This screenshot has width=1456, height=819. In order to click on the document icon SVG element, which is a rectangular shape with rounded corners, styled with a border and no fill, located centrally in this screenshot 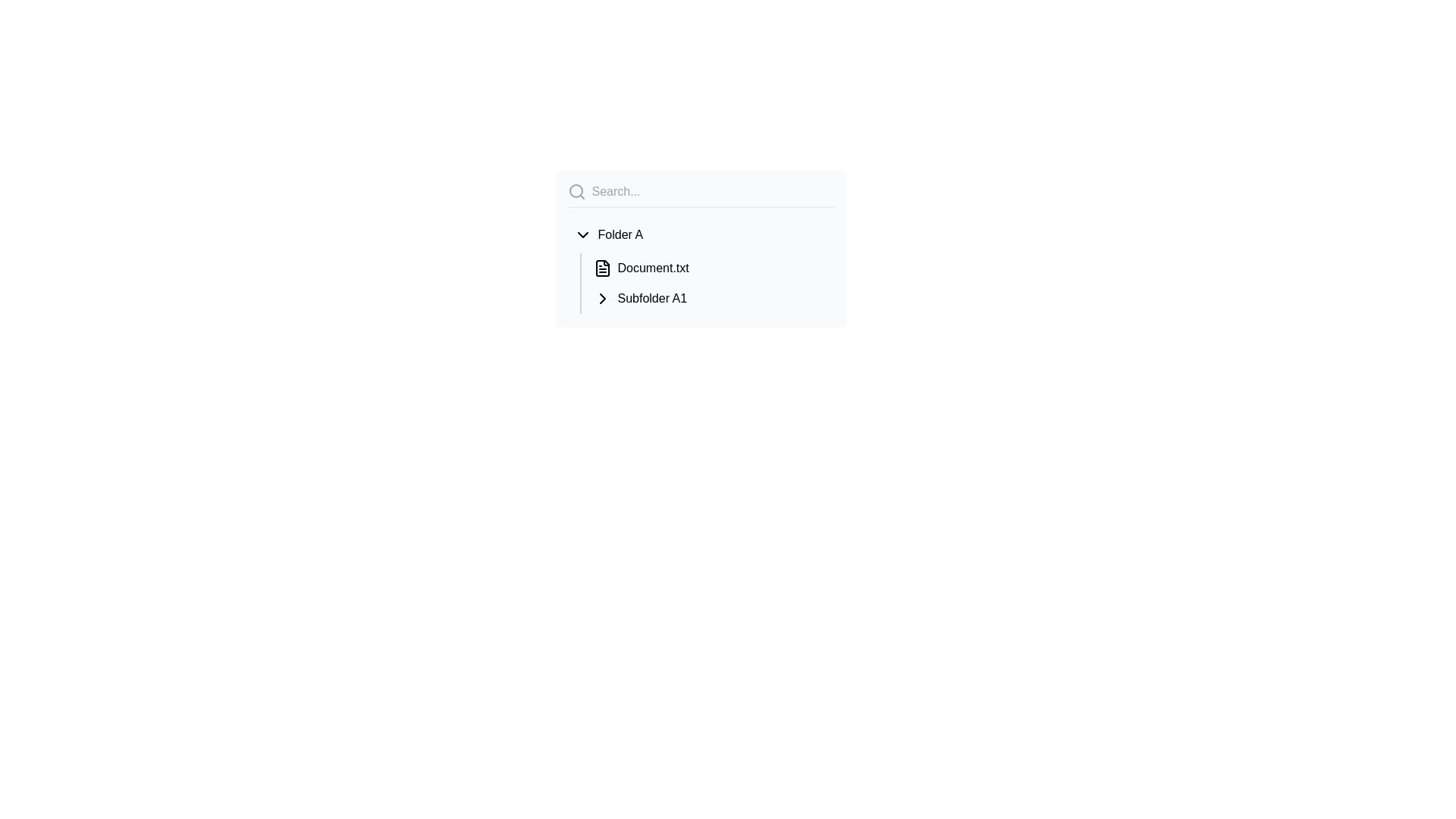, I will do `click(601, 268)`.